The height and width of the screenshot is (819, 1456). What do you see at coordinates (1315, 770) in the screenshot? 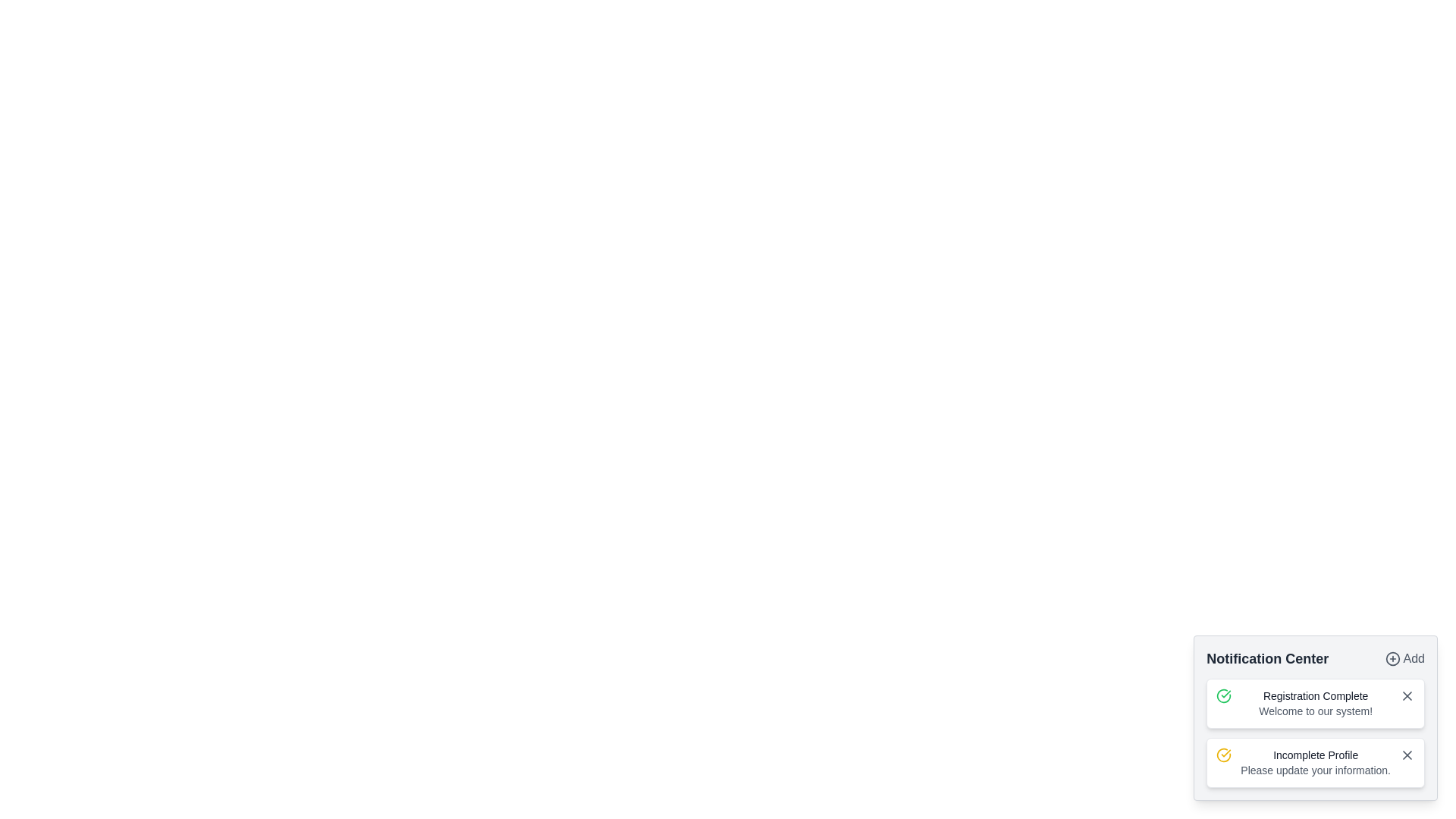
I see `the text element that reads 'Please update your information.' located below the 'Incomplete Profile' heading in the notification section` at bounding box center [1315, 770].